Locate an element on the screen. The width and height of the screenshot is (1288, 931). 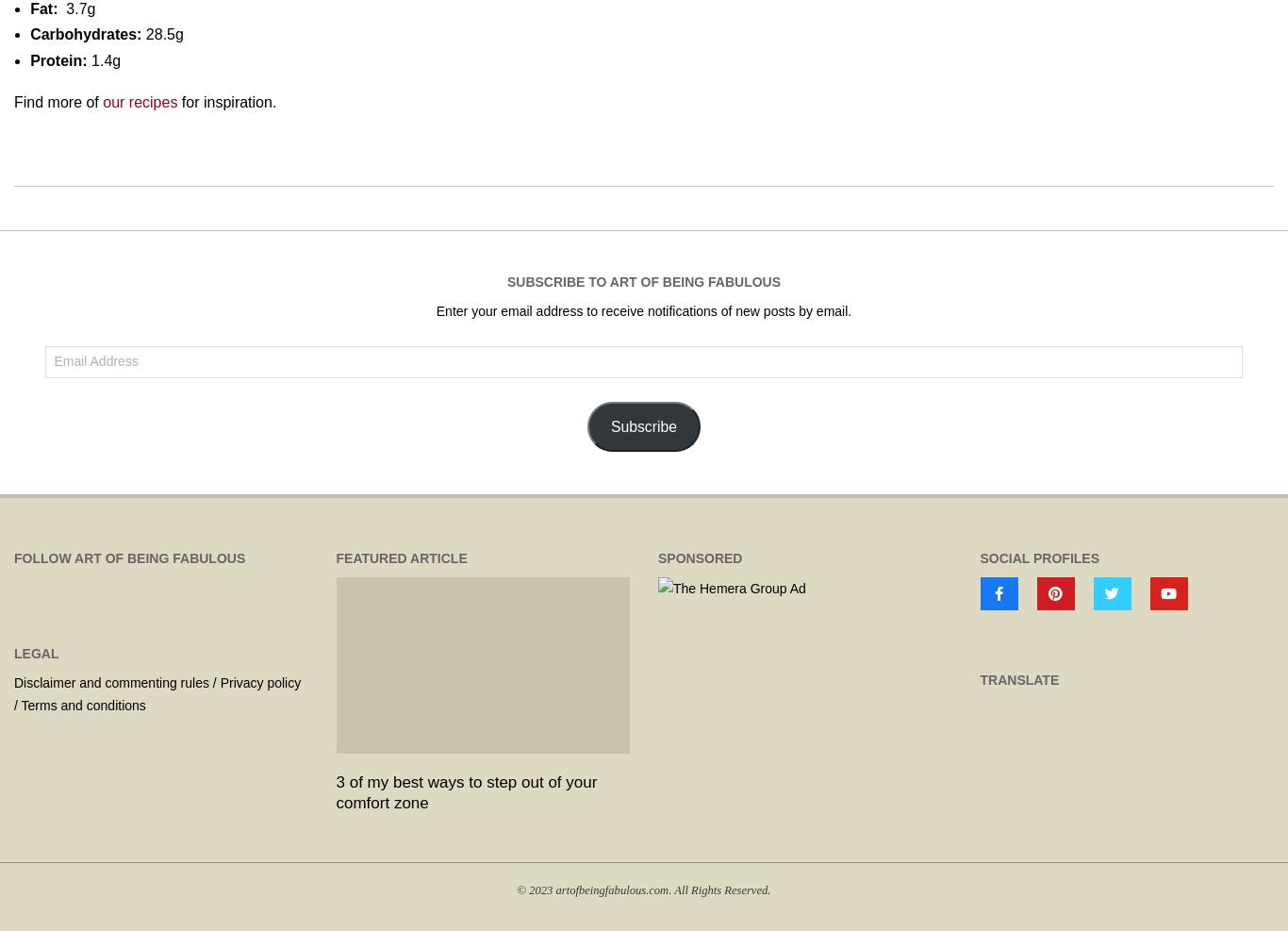
'28.5g' is located at coordinates (160, 33).